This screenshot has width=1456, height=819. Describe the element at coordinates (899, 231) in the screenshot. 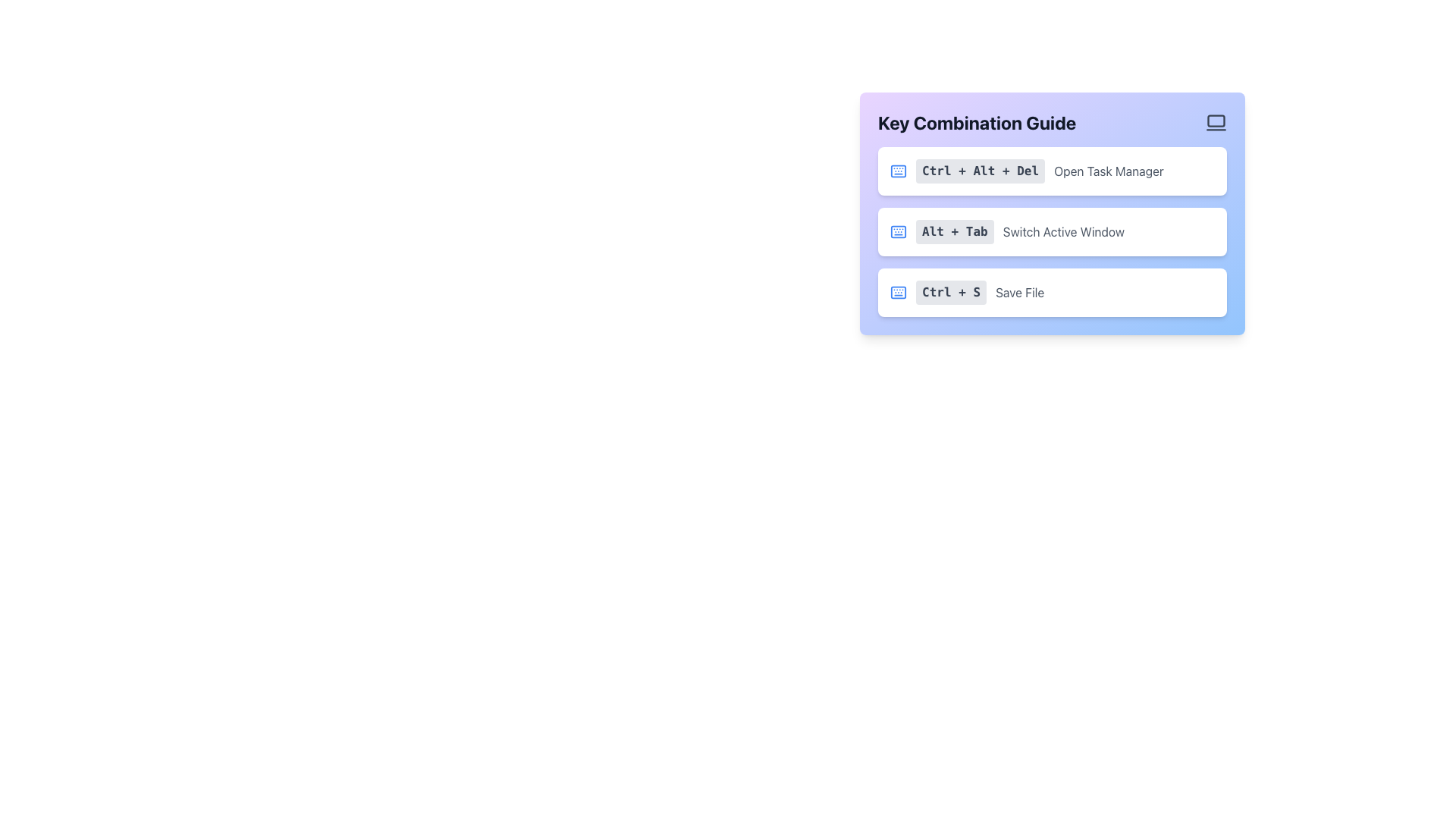

I see `the 8th element in the SVG representation of the keyboard icon, which is part of the second list item in a vertical guide layout` at that location.